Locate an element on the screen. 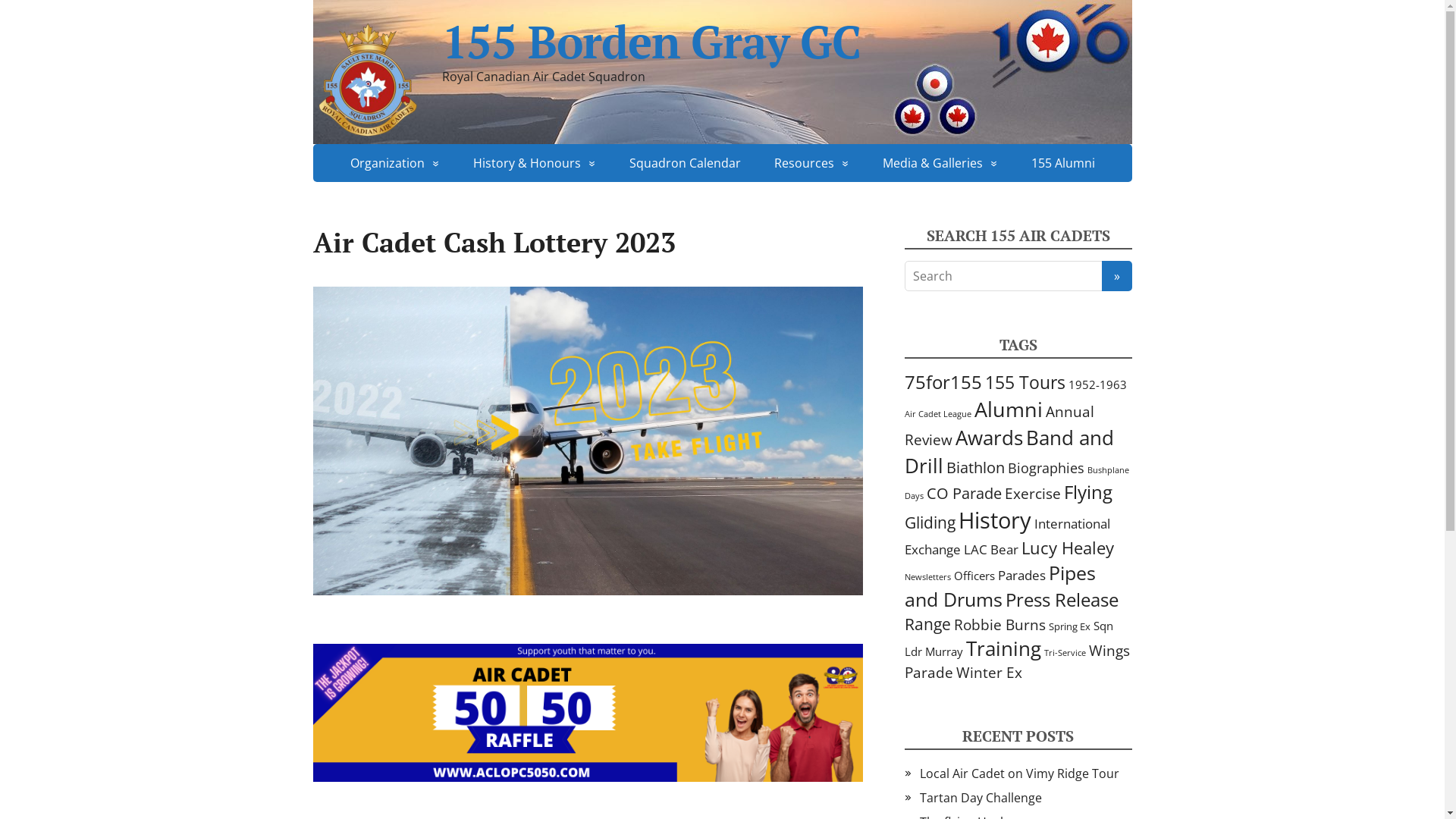 This screenshot has height=819, width=1456. 'Lucy Healey' is located at coordinates (1020, 547).